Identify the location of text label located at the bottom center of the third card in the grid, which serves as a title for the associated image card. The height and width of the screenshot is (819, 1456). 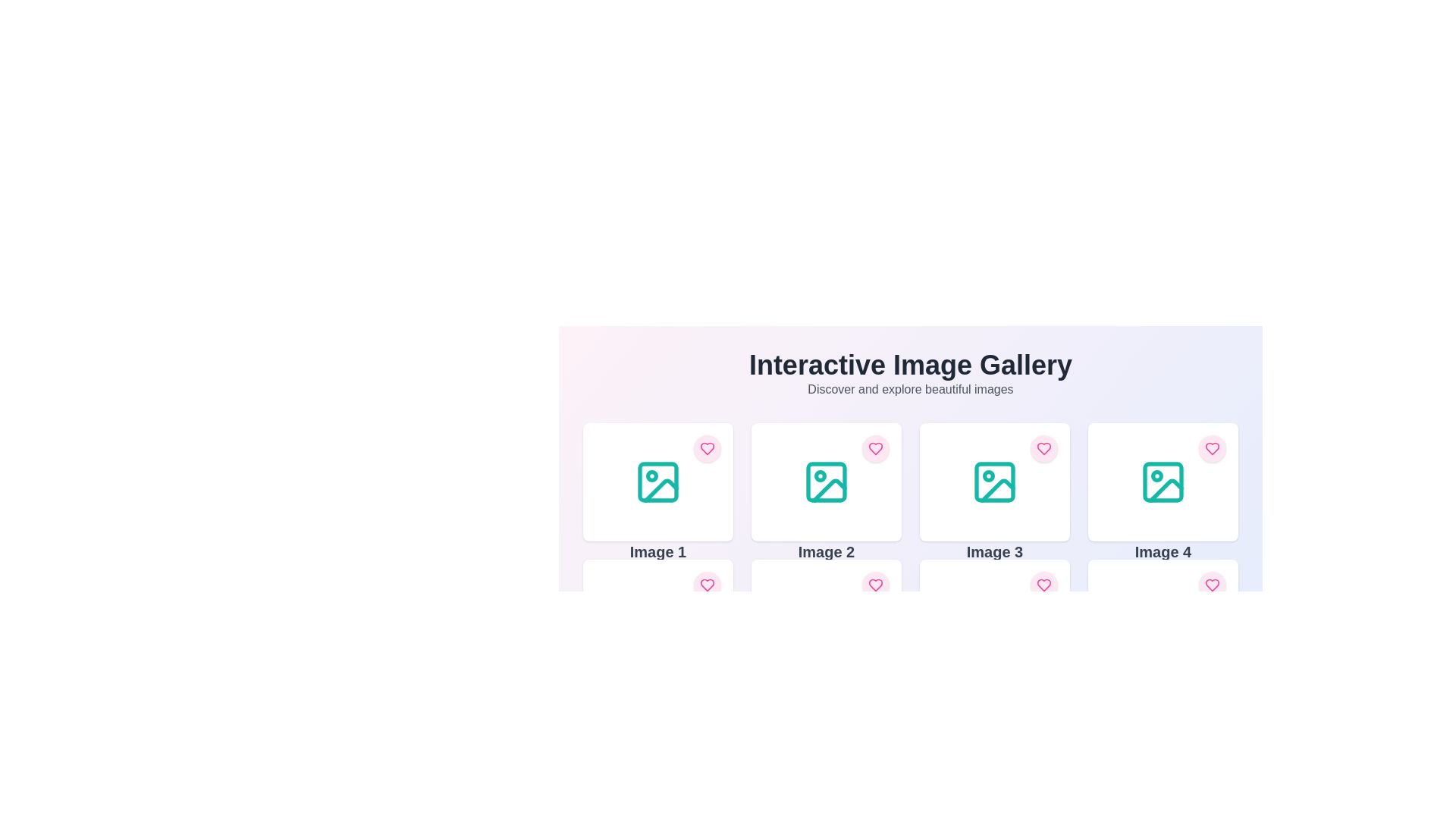
(994, 552).